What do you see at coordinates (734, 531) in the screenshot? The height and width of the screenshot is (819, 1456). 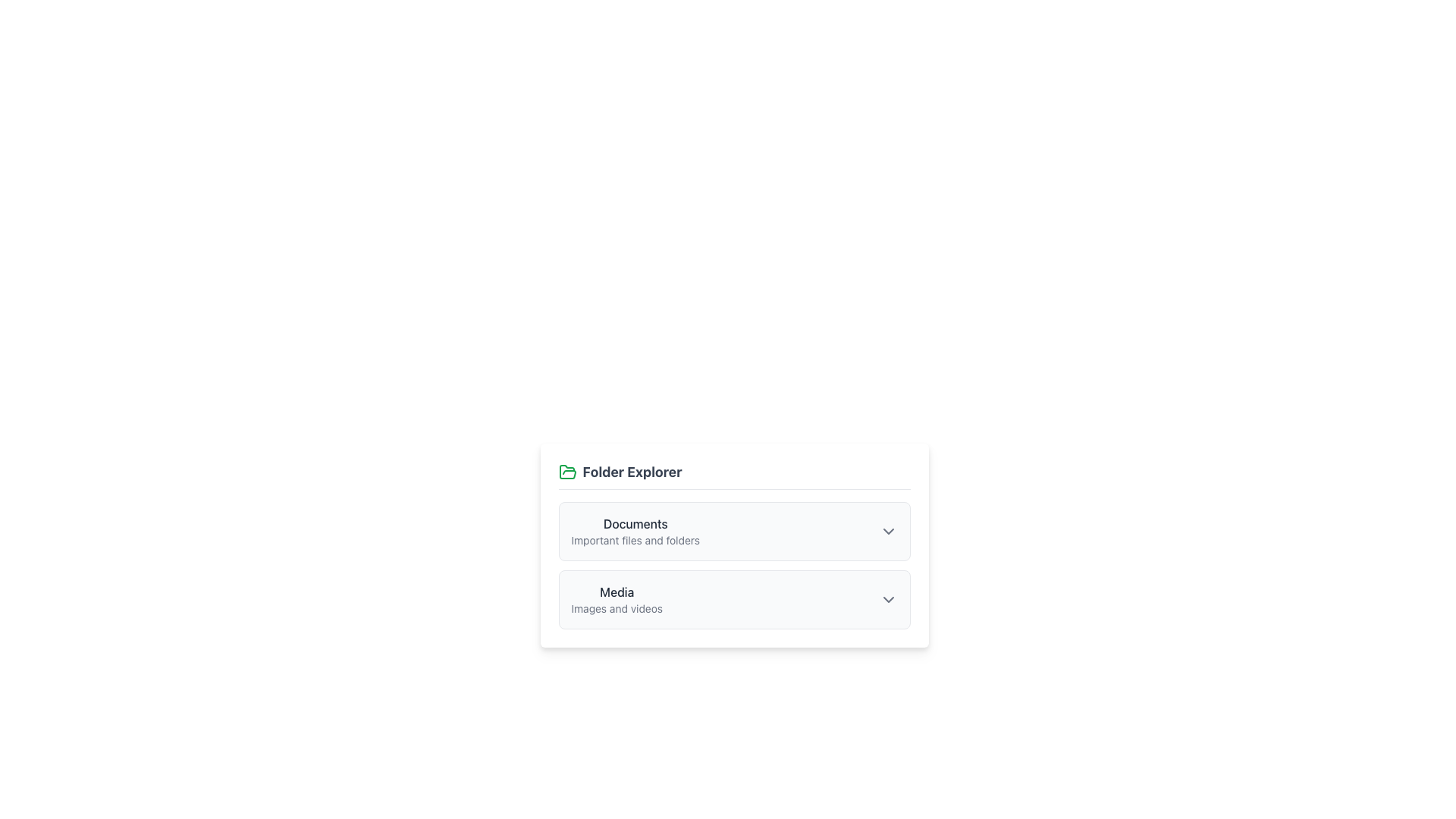 I see `the first clickable list item titled 'Documents' in the 'Folder Explorer' section` at bounding box center [734, 531].